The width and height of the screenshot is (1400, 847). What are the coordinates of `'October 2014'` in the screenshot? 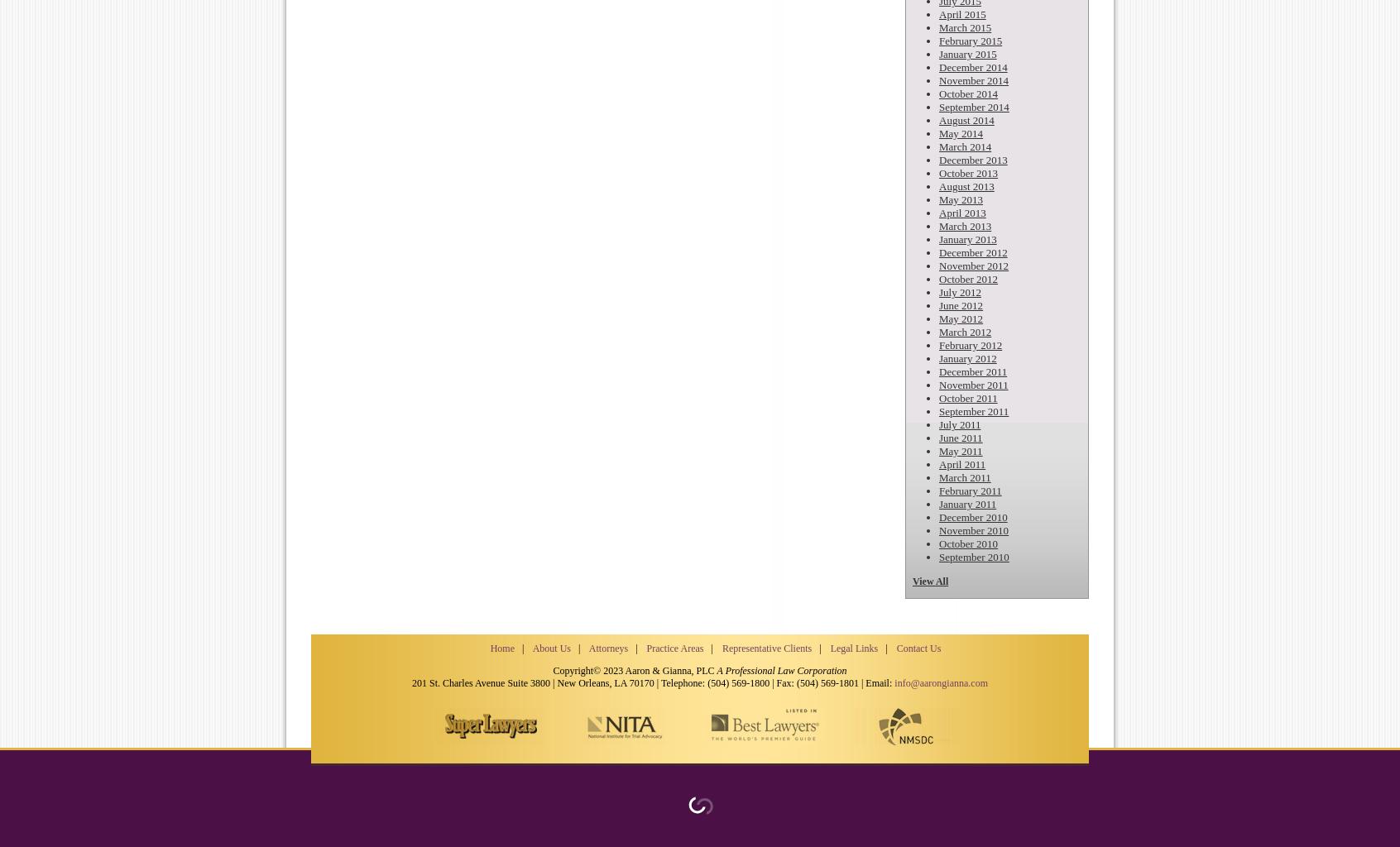 It's located at (967, 93).